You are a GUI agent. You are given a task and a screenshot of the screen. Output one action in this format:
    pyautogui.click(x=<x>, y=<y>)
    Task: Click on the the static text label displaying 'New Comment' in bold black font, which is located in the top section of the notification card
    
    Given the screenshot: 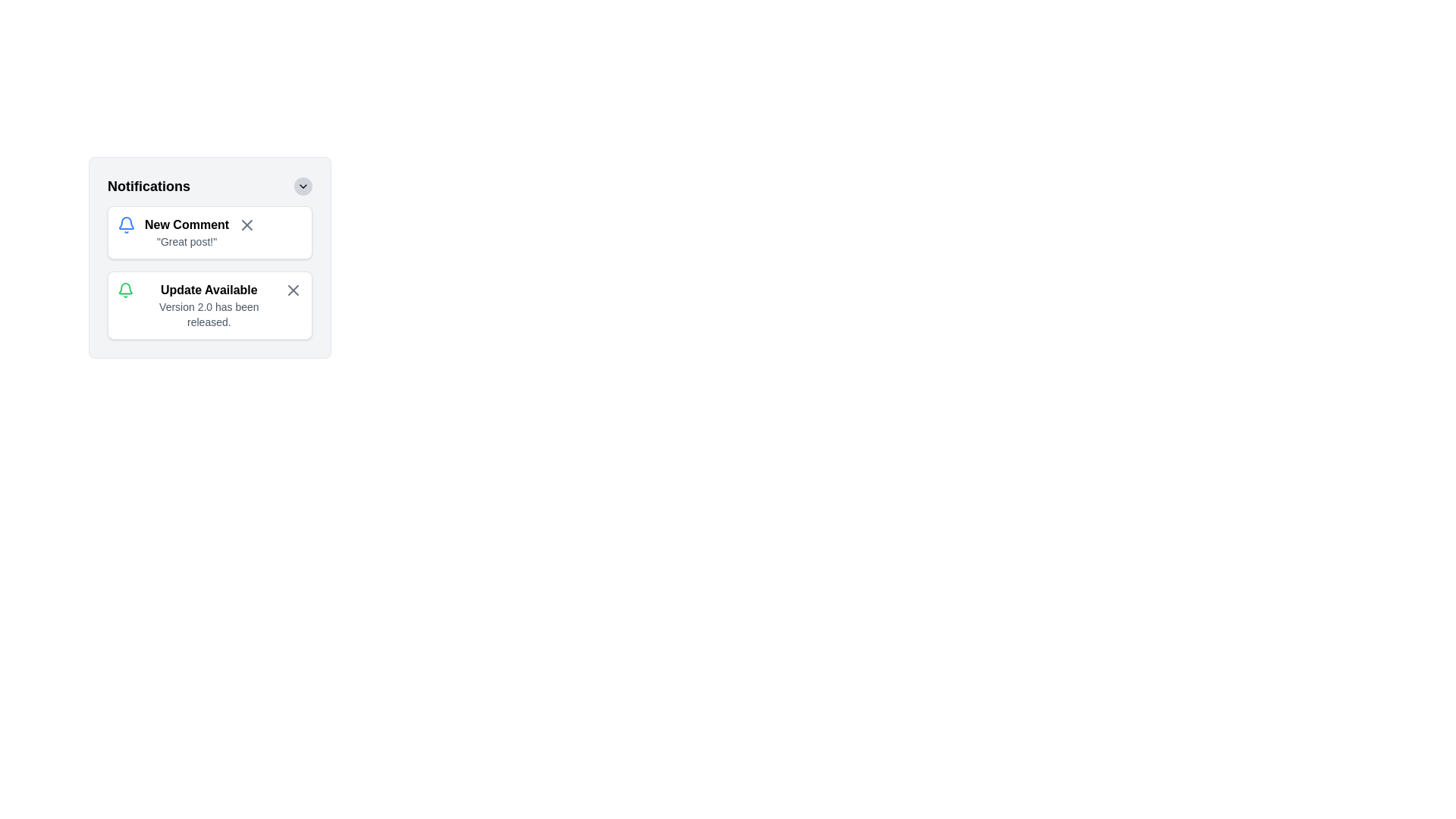 What is the action you would take?
    pyautogui.click(x=186, y=225)
    